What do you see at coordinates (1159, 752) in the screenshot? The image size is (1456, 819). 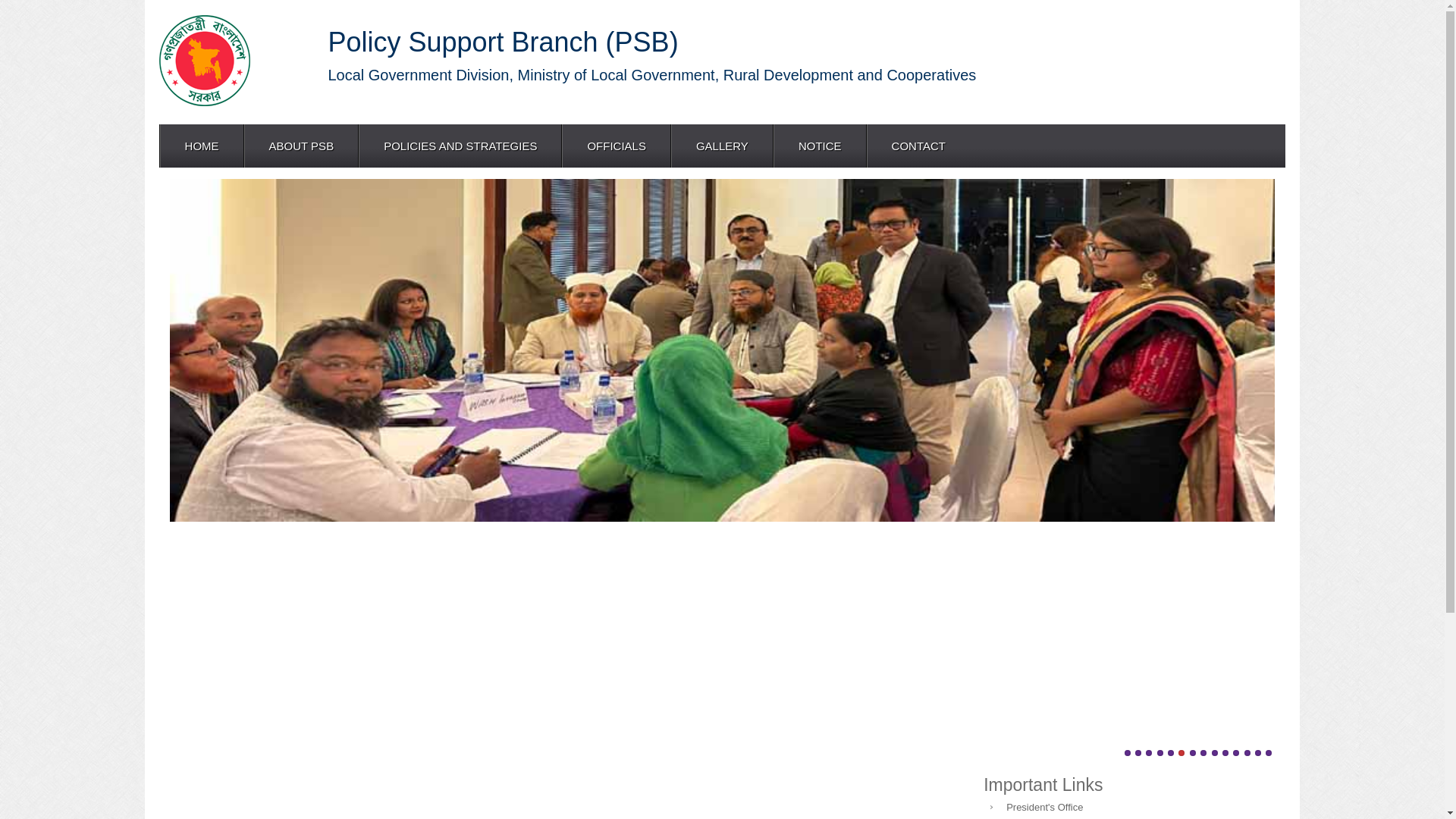 I see `'4'` at bounding box center [1159, 752].